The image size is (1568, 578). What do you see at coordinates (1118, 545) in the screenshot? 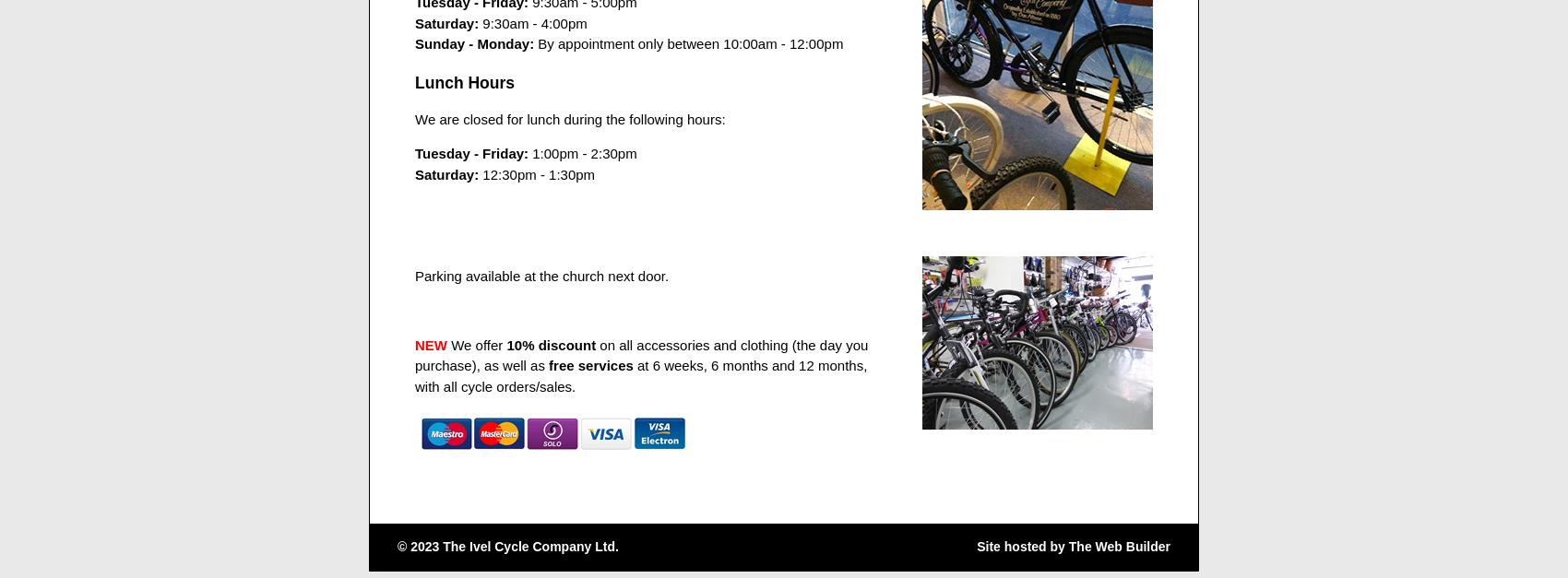
I see `'The Web Builder'` at bounding box center [1118, 545].